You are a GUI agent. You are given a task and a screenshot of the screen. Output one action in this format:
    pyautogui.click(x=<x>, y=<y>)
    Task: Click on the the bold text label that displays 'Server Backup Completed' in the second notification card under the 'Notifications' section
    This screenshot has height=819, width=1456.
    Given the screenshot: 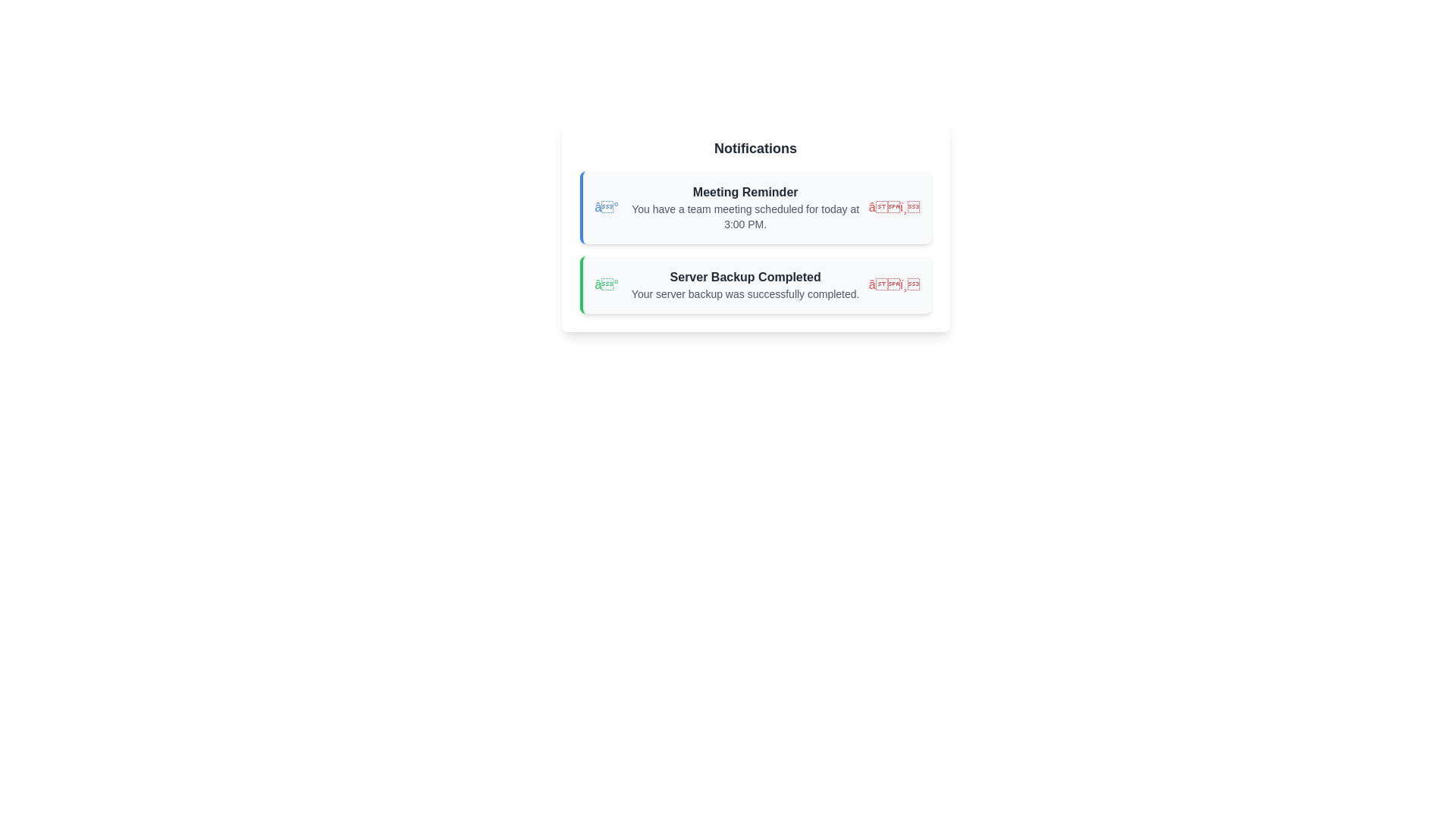 What is the action you would take?
    pyautogui.click(x=745, y=278)
    